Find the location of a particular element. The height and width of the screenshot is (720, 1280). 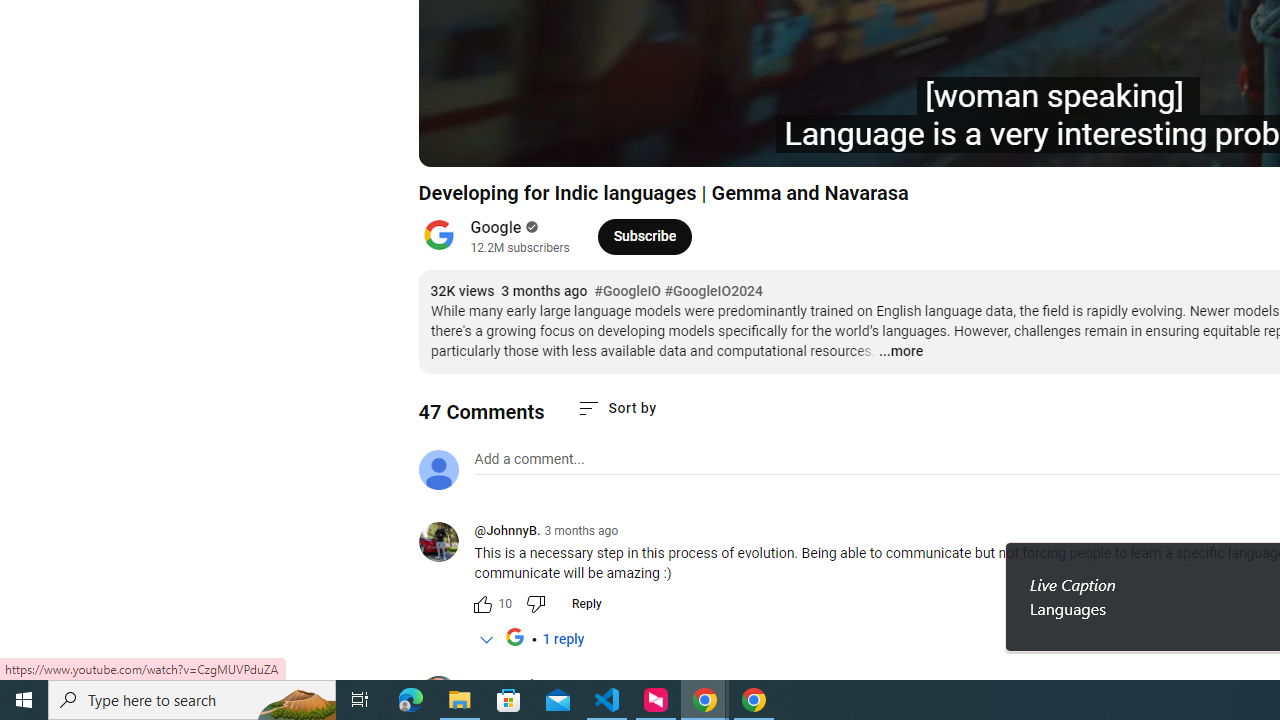

'Like this comment along with 10 other people' is located at coordinates (482, 603).